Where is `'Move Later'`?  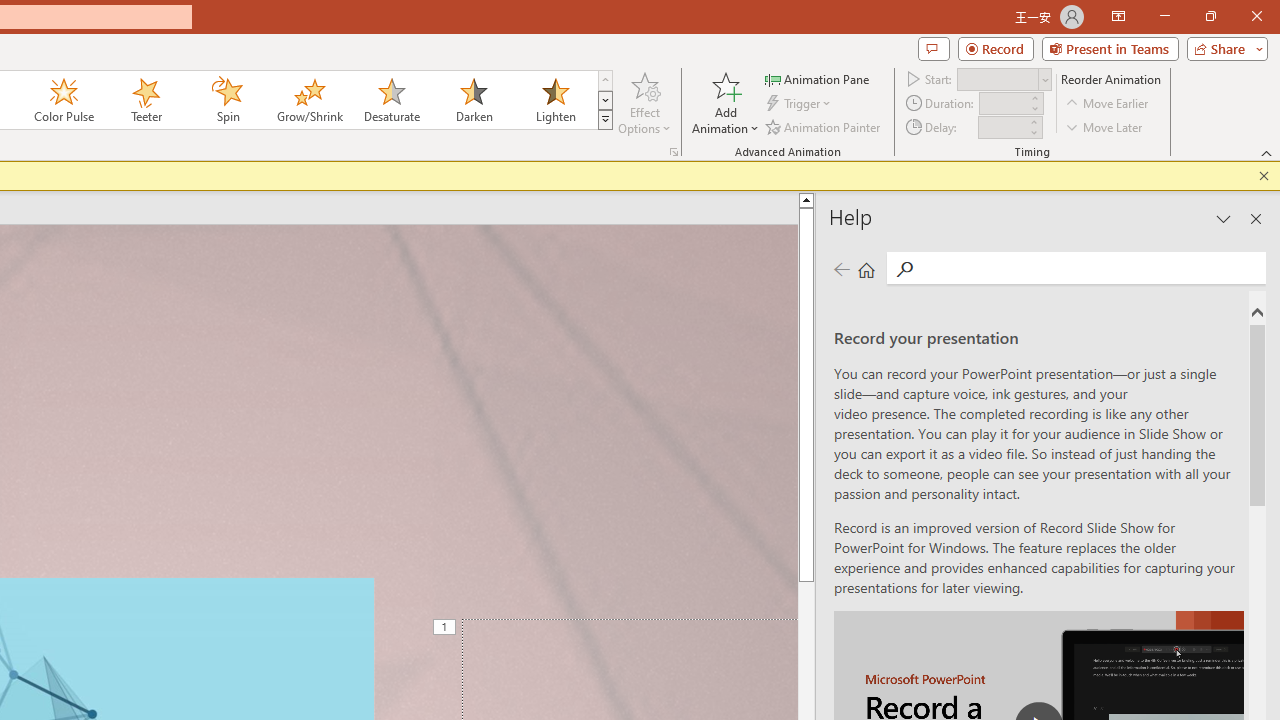
'Move Later' is located at coordinates (1104, 127).